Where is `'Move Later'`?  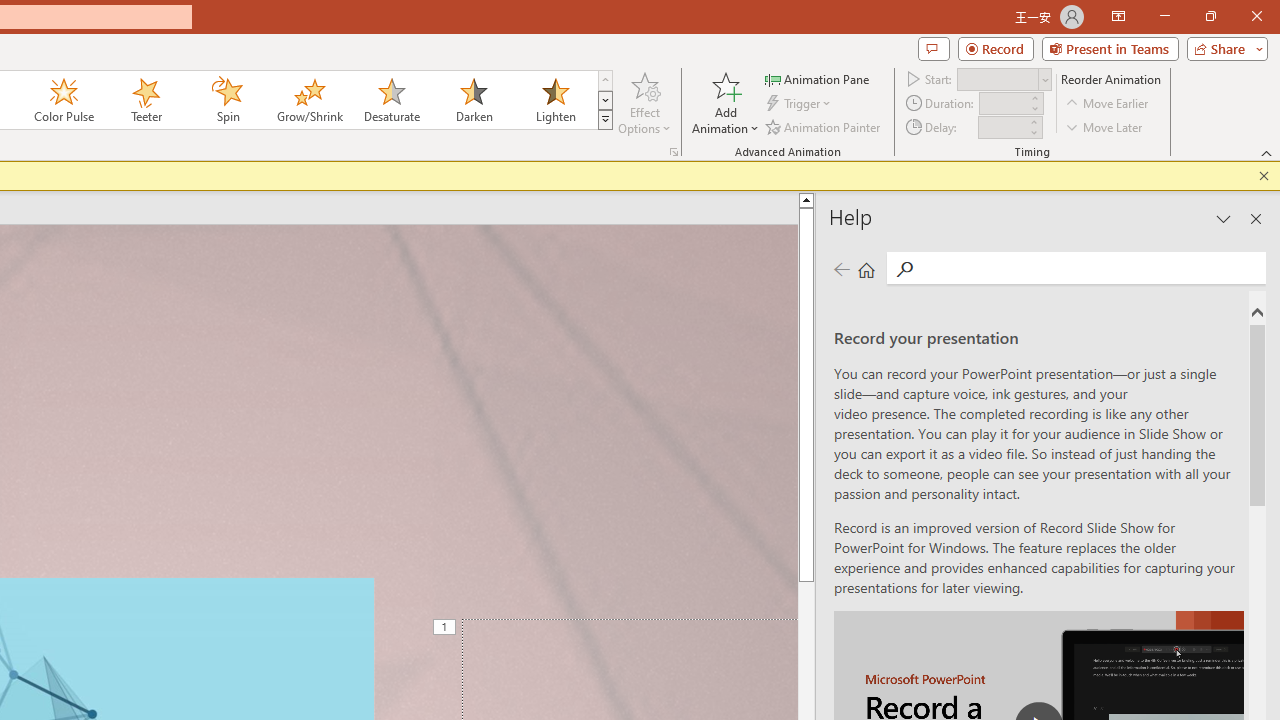
'Move Later' is located at coordinates (1104, 127).